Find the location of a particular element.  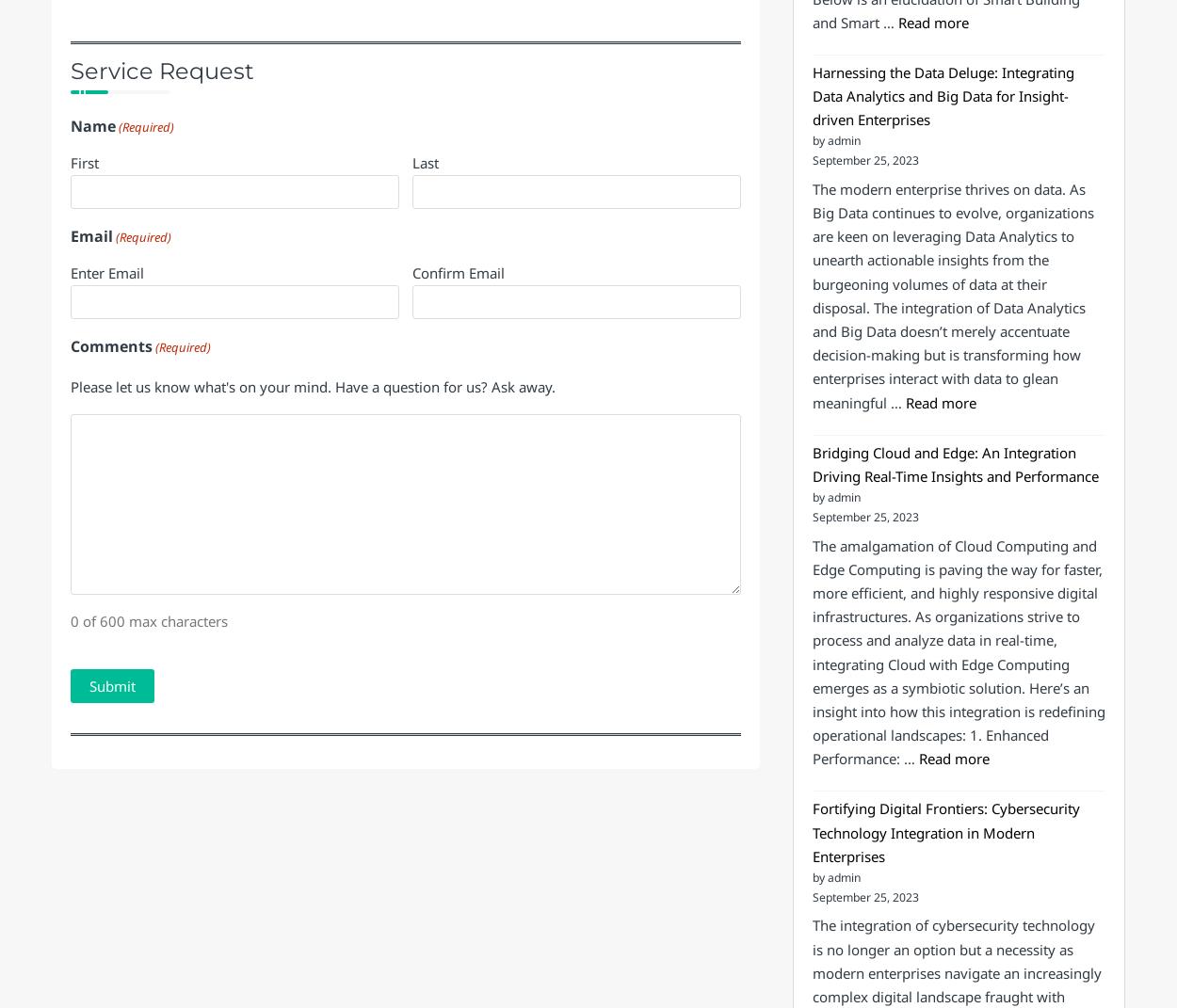

'Bridging Cloud and Edge: An Integration Driving Real-Time Insights and Performance' is located at coordinates (811, 462).